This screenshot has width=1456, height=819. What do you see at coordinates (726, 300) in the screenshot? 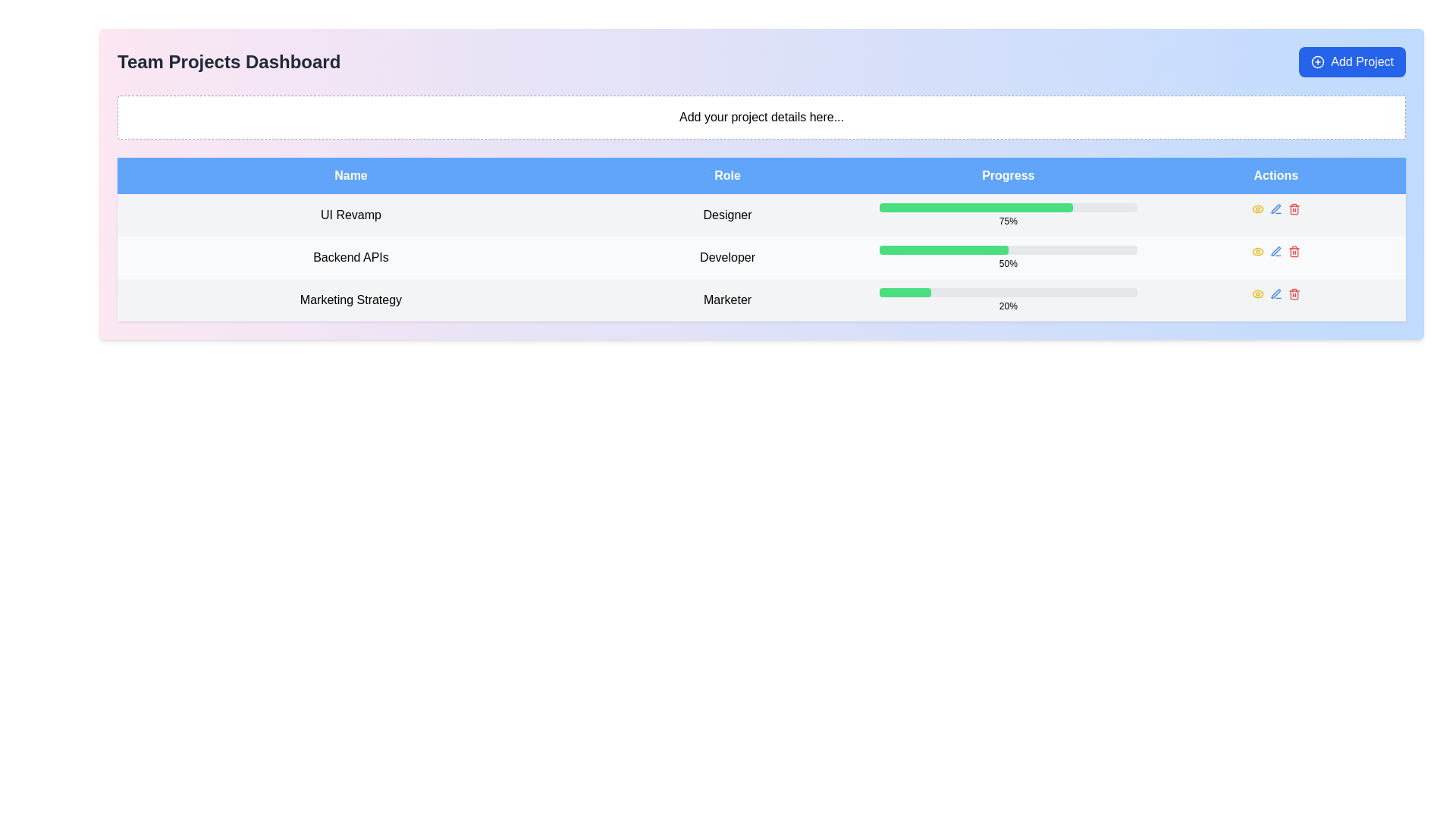
I see `the static text label displaying 'Marketer' in black font, which is centrally located in the second column of the 'Marketing Strategy' table row` at bounding box center [726, 300].